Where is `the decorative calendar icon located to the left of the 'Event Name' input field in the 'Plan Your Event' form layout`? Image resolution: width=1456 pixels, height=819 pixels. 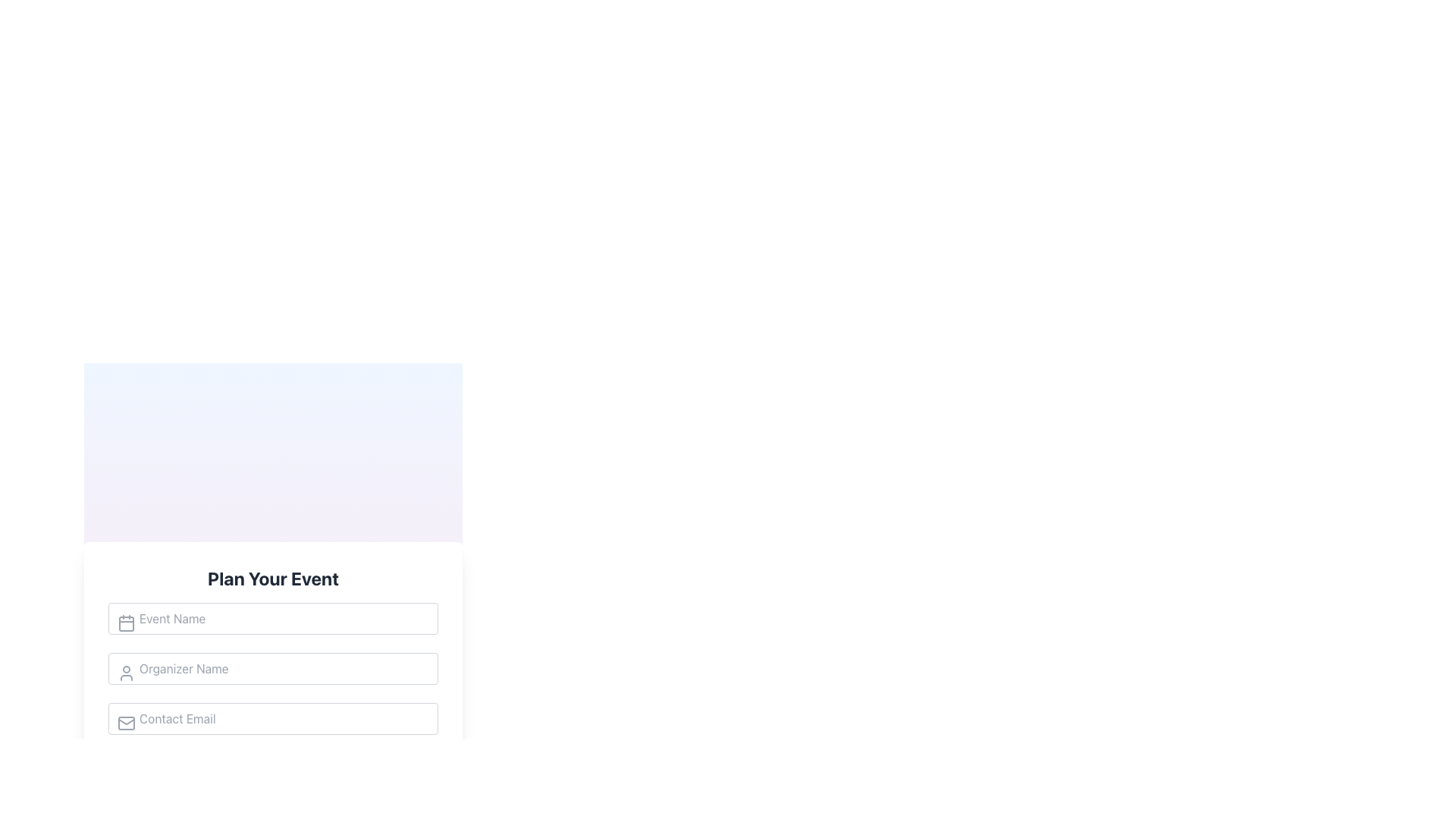
the decorative calendar icon located to the left of the 'Event Name' input field in the 'Plan Your Event' form layout is located at coordinates (127, 623).